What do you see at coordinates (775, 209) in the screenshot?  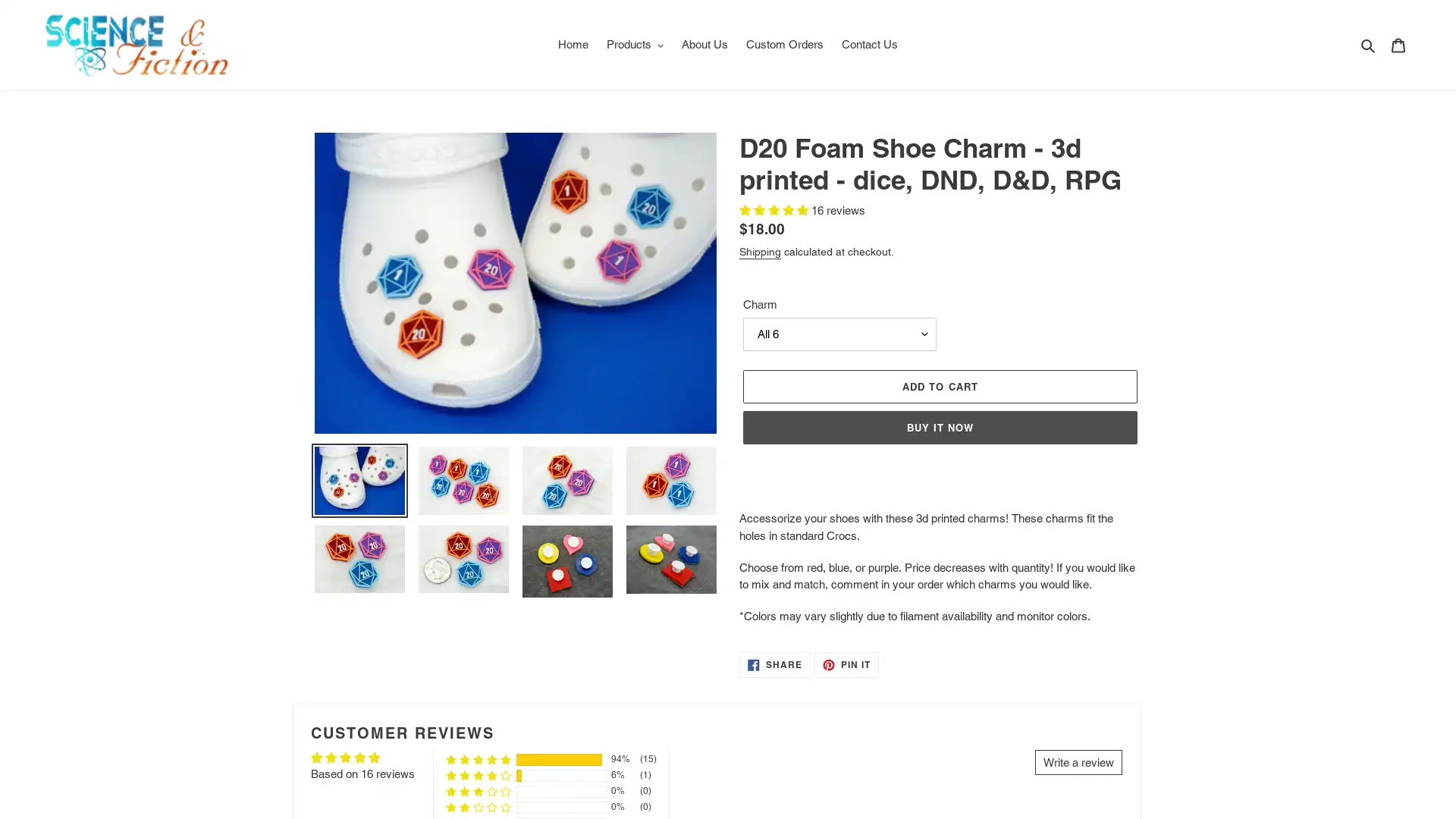 I see `4.94 stars` at bounding box center [775, 209].